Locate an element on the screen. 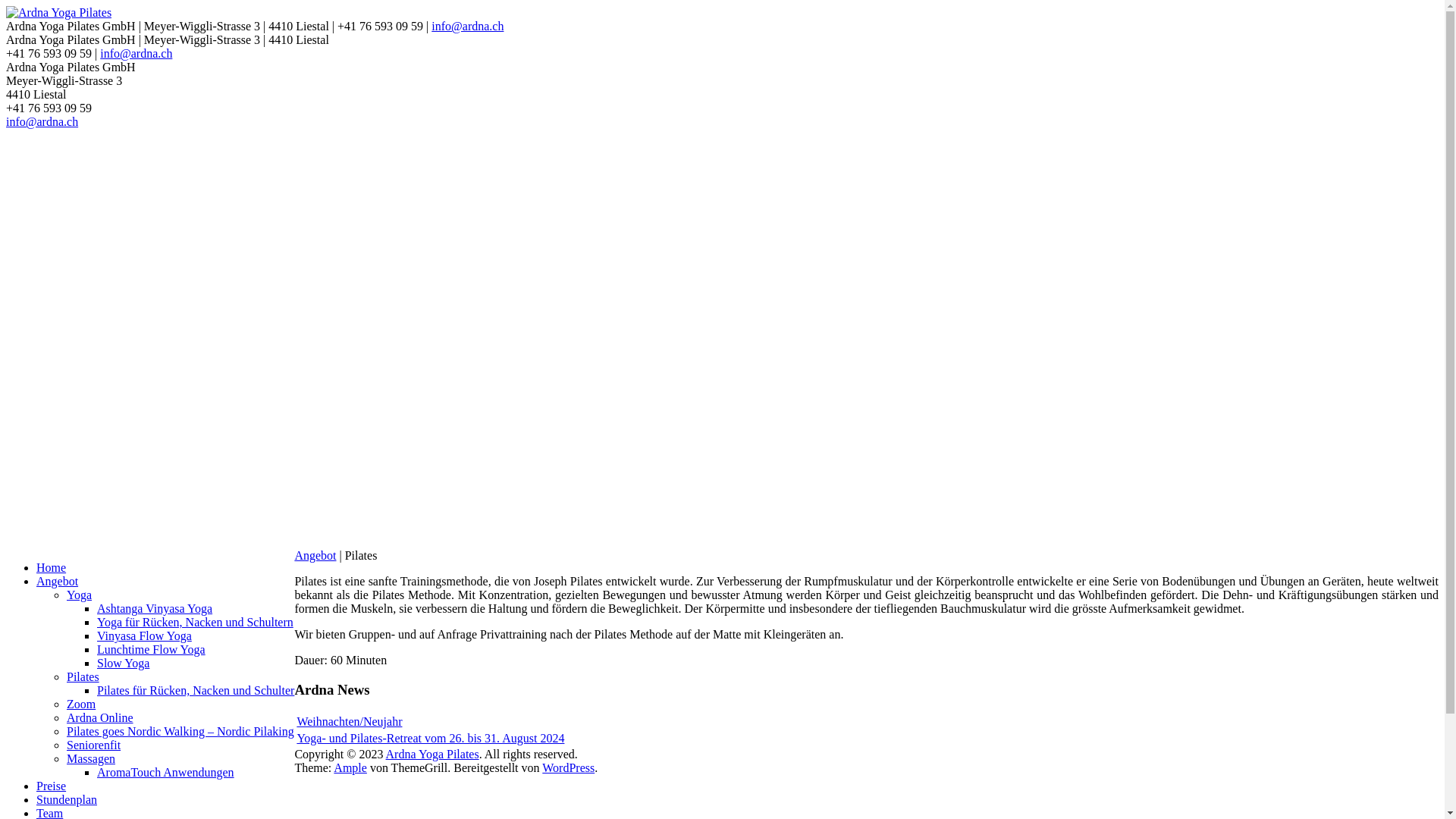 The width and height of the screenshot is (1456, 819). 'info@ardna.ch' is located at coordinates (6, 121).